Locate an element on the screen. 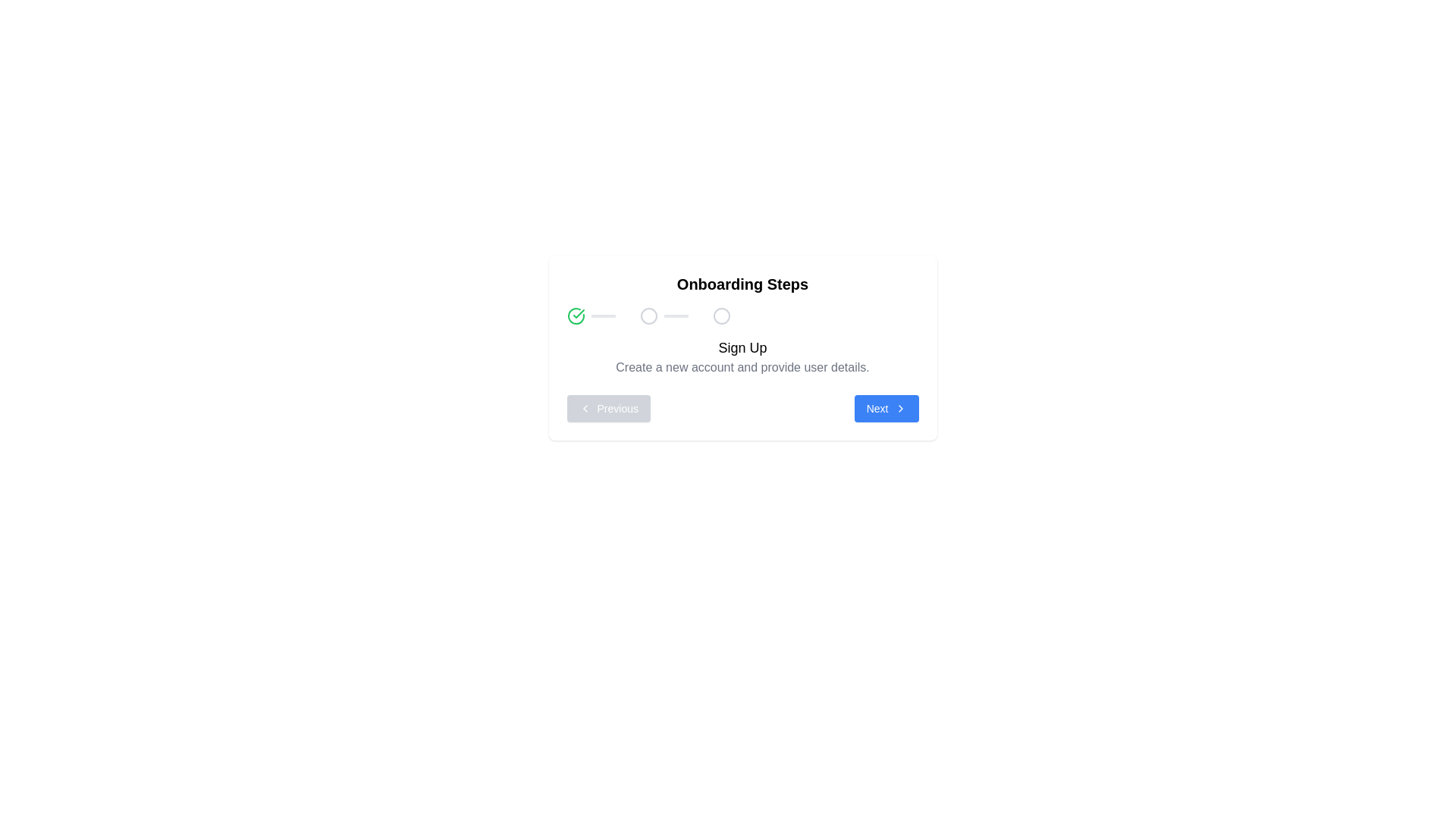  the second step indicator in the onboarding steps card, which is centrally aligned and represents a step not yet reached is located at coordinates (667, 315).